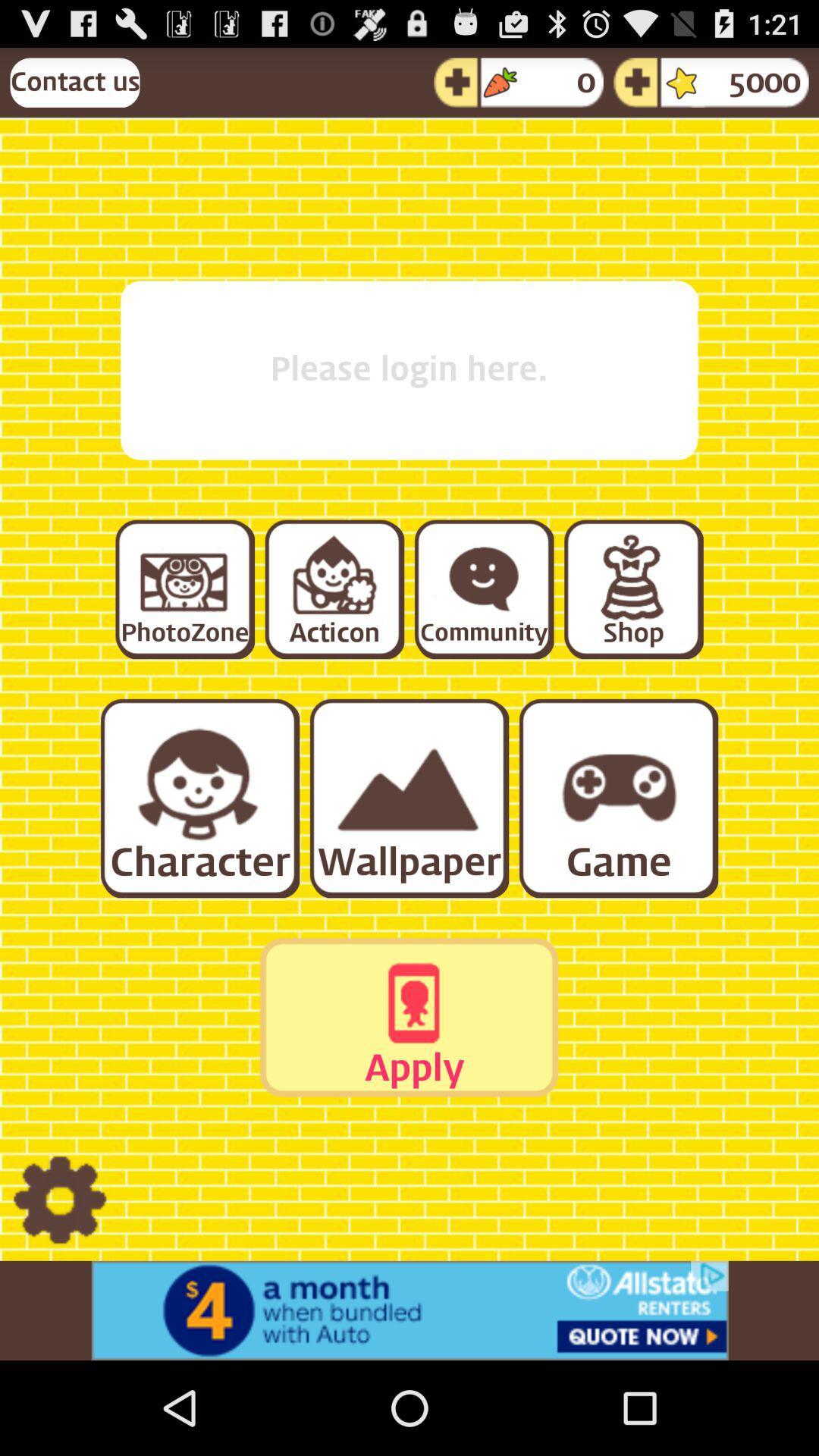 The width and height of the screenshot is (819, 1456). What do you see at coordinates (617, 796) in the screenshot?
I see `switch to game option` at bounding box center [617, 796].